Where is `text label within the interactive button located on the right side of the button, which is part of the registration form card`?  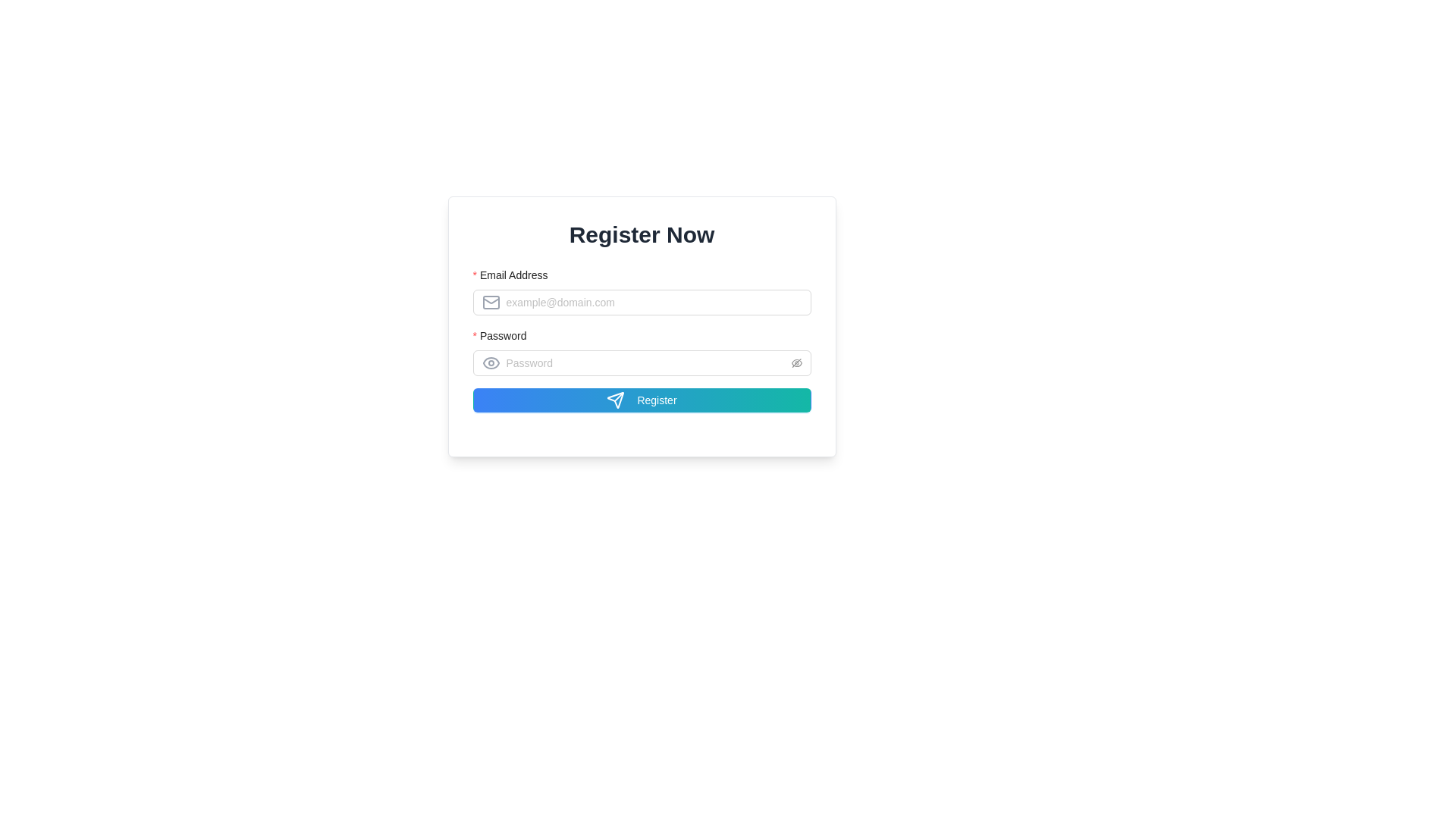
text label within the interactive button located on the right side of the button, which is part of the registration form card is located at coordinates (657, 400).